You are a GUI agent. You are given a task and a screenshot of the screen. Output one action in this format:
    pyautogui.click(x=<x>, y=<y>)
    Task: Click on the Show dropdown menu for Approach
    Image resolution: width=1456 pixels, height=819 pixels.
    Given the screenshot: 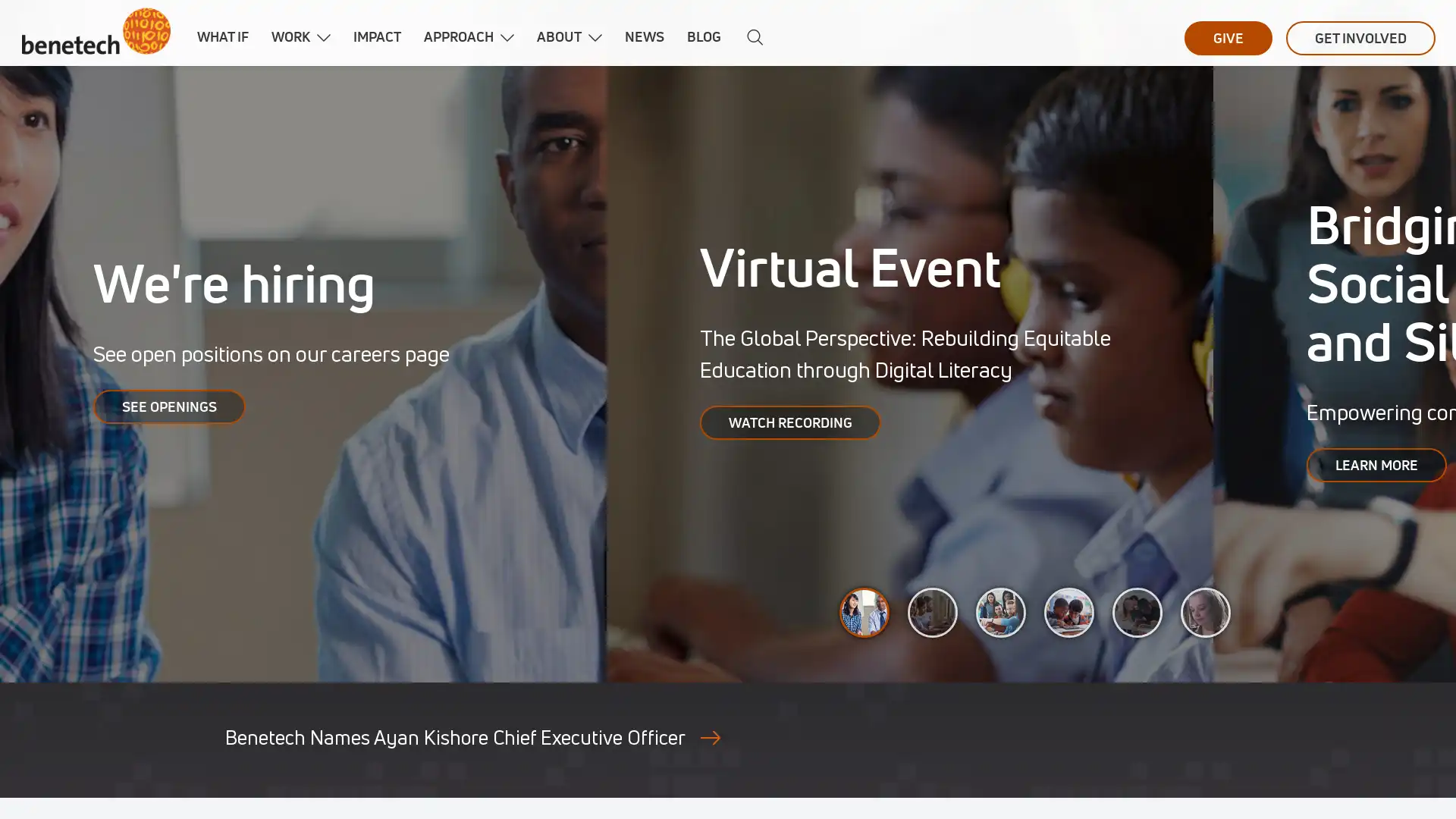 What is the action you would take?
    pyautogui.click(x=507, y=37)
    